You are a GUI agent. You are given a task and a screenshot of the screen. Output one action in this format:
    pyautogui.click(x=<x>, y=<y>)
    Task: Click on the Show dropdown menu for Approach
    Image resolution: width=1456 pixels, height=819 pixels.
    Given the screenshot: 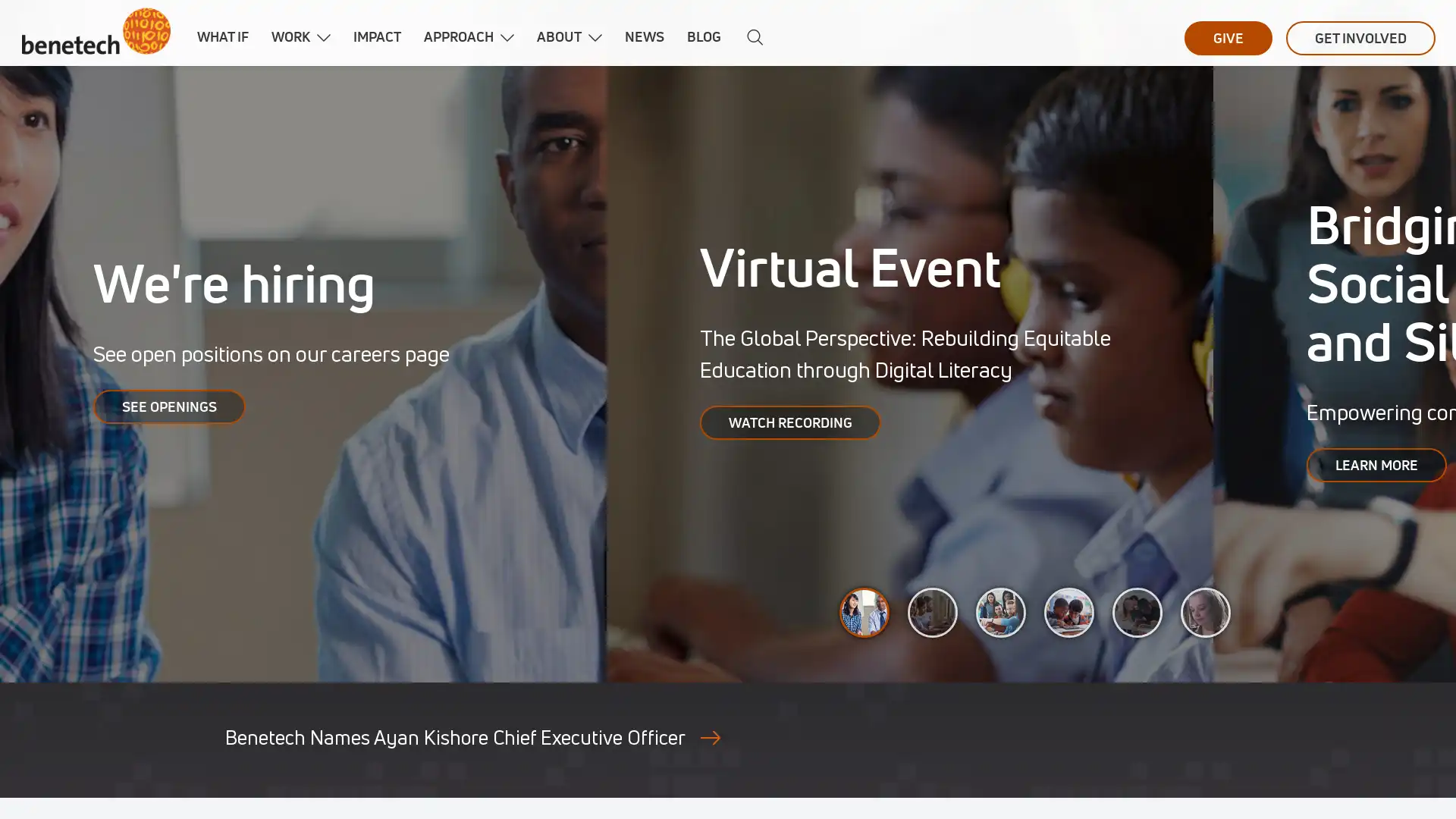 What is the action you would take?
    pyautogui.click(x=507, y=37)
    